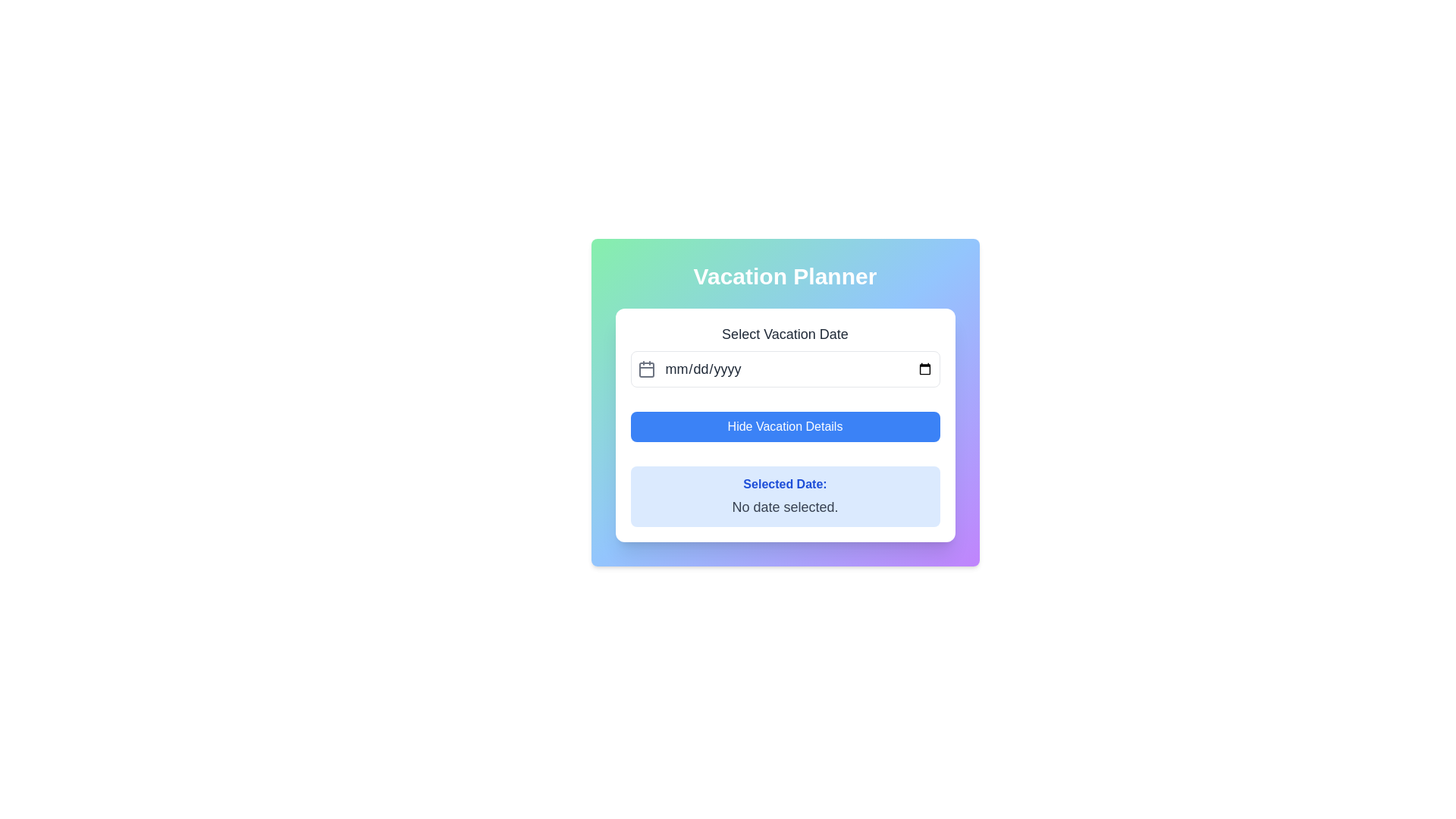 This screenshot has width=1456, height=819. What do you see at coordinates (785, 333) in the screenshot?
I see `the static text label that contains 'Select Vacation Date', which is positioned centrally at the top of the form section above the date input area` at bounding box center [785, 333].